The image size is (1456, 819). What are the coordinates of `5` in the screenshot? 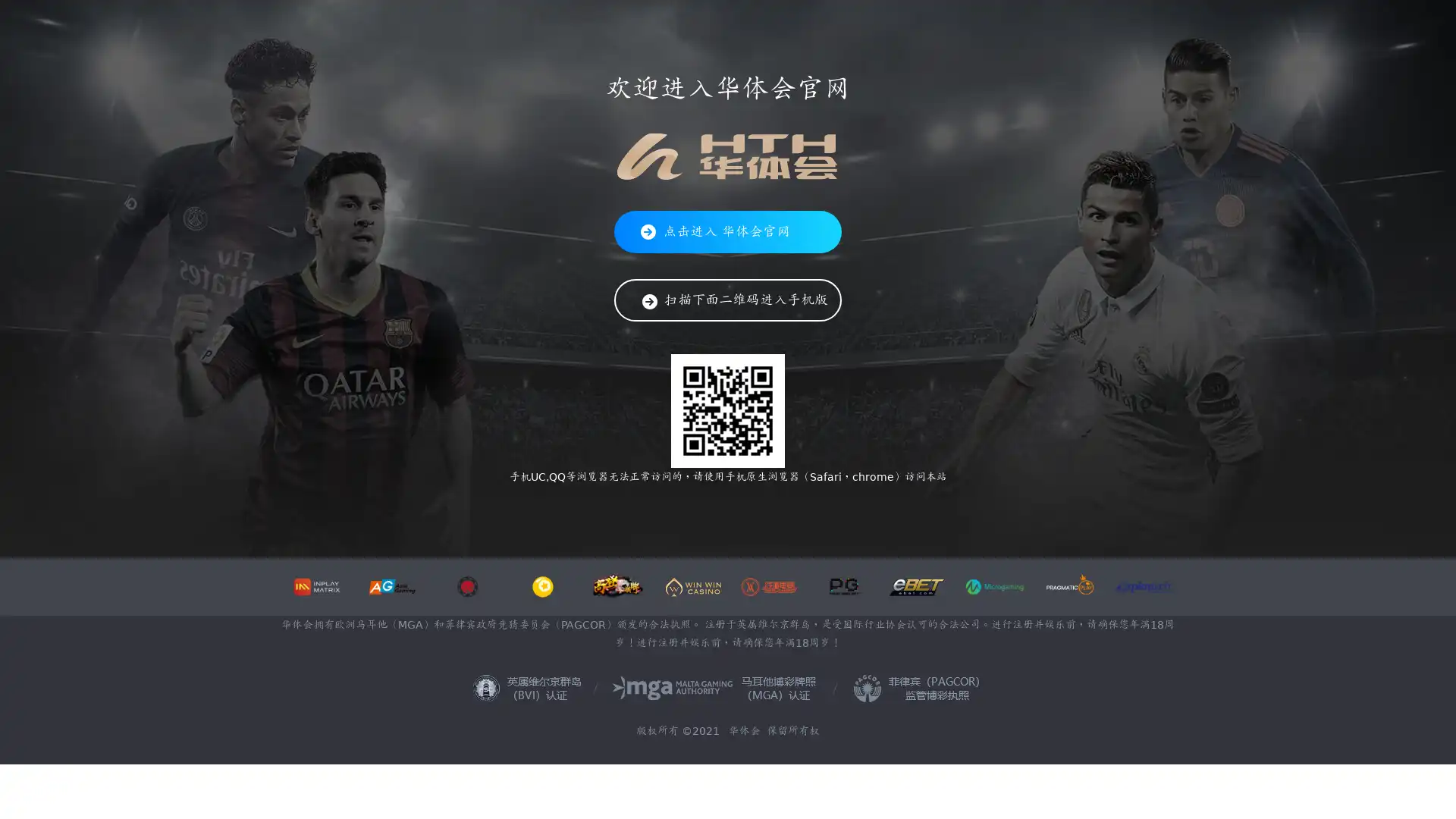 It's located at (640, 505).